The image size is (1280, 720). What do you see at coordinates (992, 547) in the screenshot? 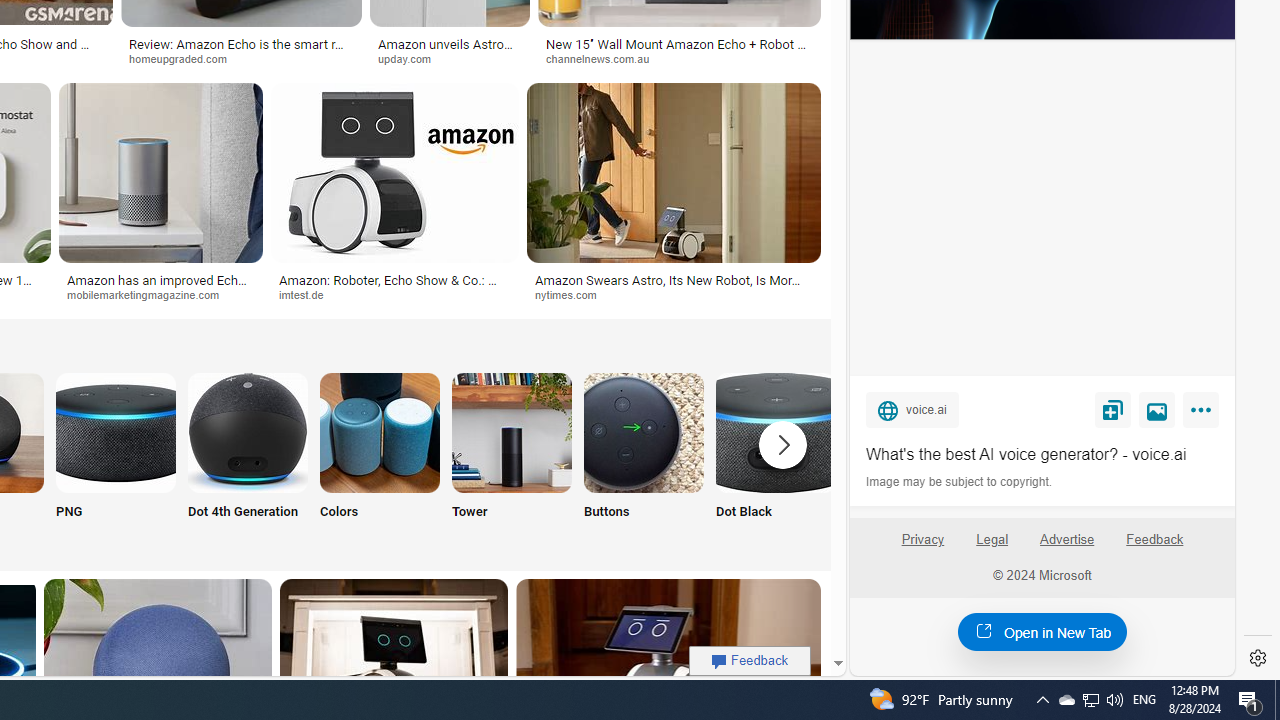
I see `'Legal'` at bounding box center [992, 547].